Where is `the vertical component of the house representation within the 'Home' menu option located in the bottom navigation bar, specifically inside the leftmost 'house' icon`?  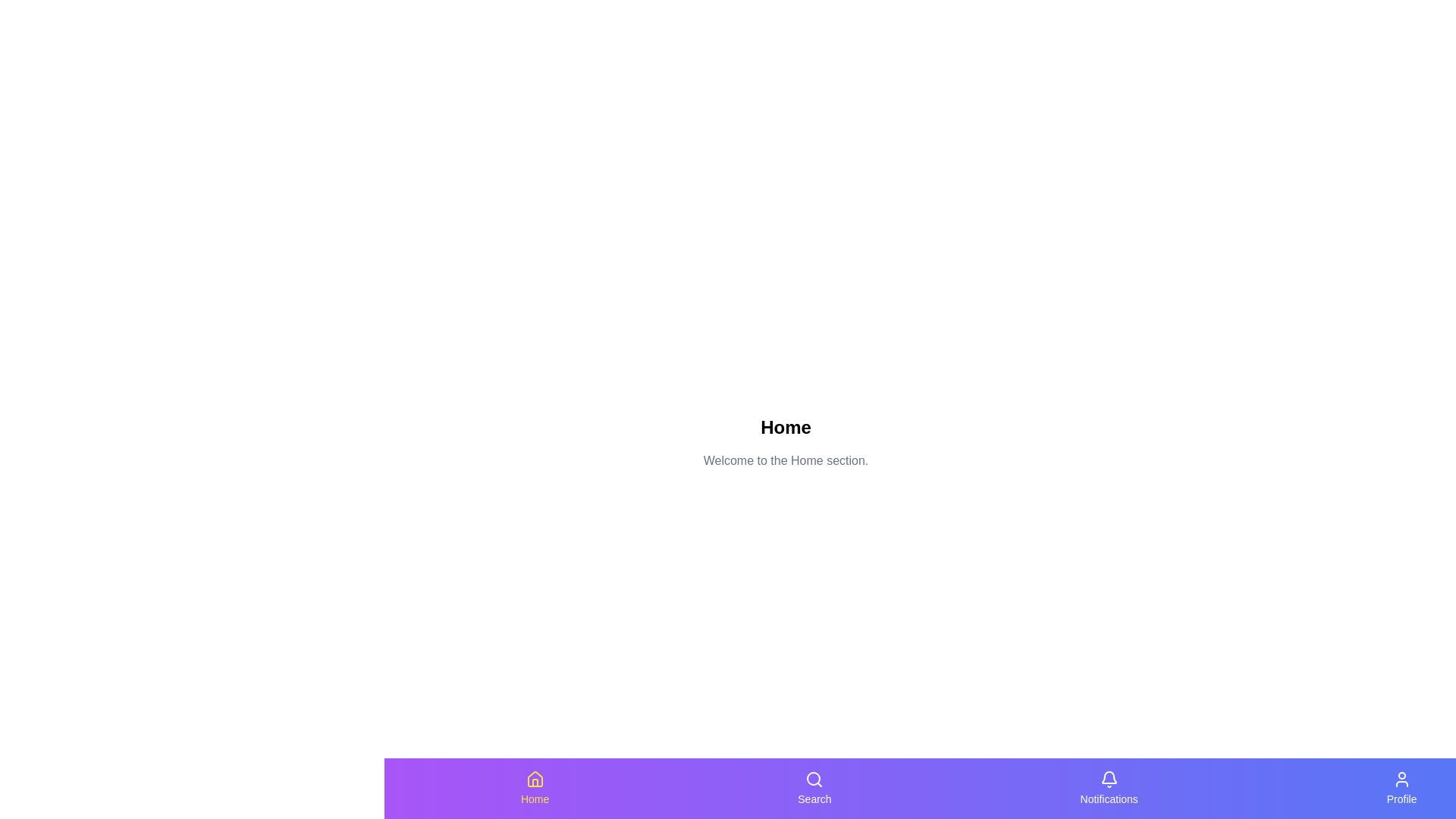 the vertical component of the house representation within the 'Home' menu option located in the bottom navigation bar, specifically inside the leftmost 'house' icon is located at coordinates (535, 783).